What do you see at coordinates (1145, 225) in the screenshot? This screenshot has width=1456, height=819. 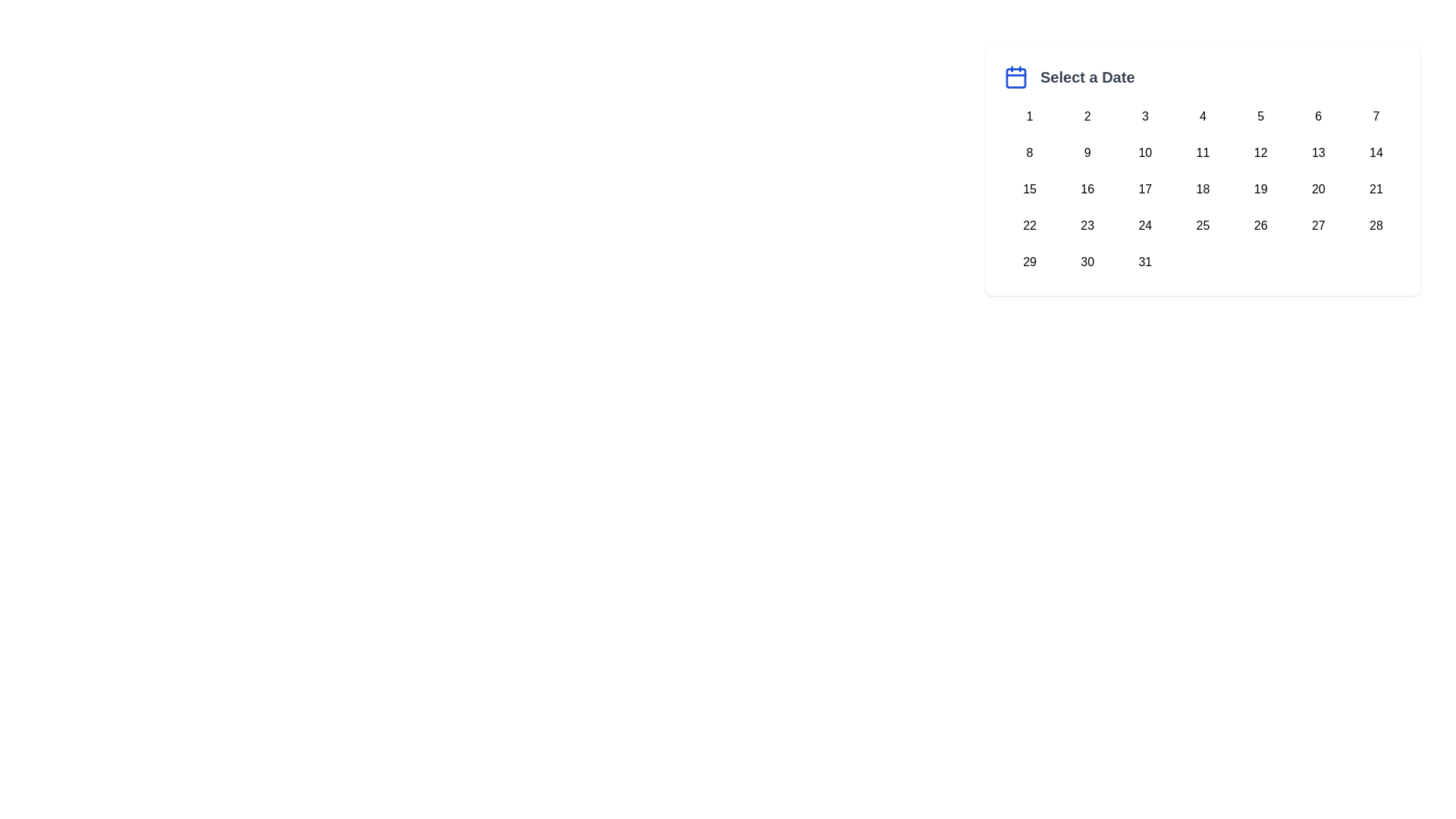 I see `the button representing the date '24' in the calendar view` at bounding box center [1145, 225].